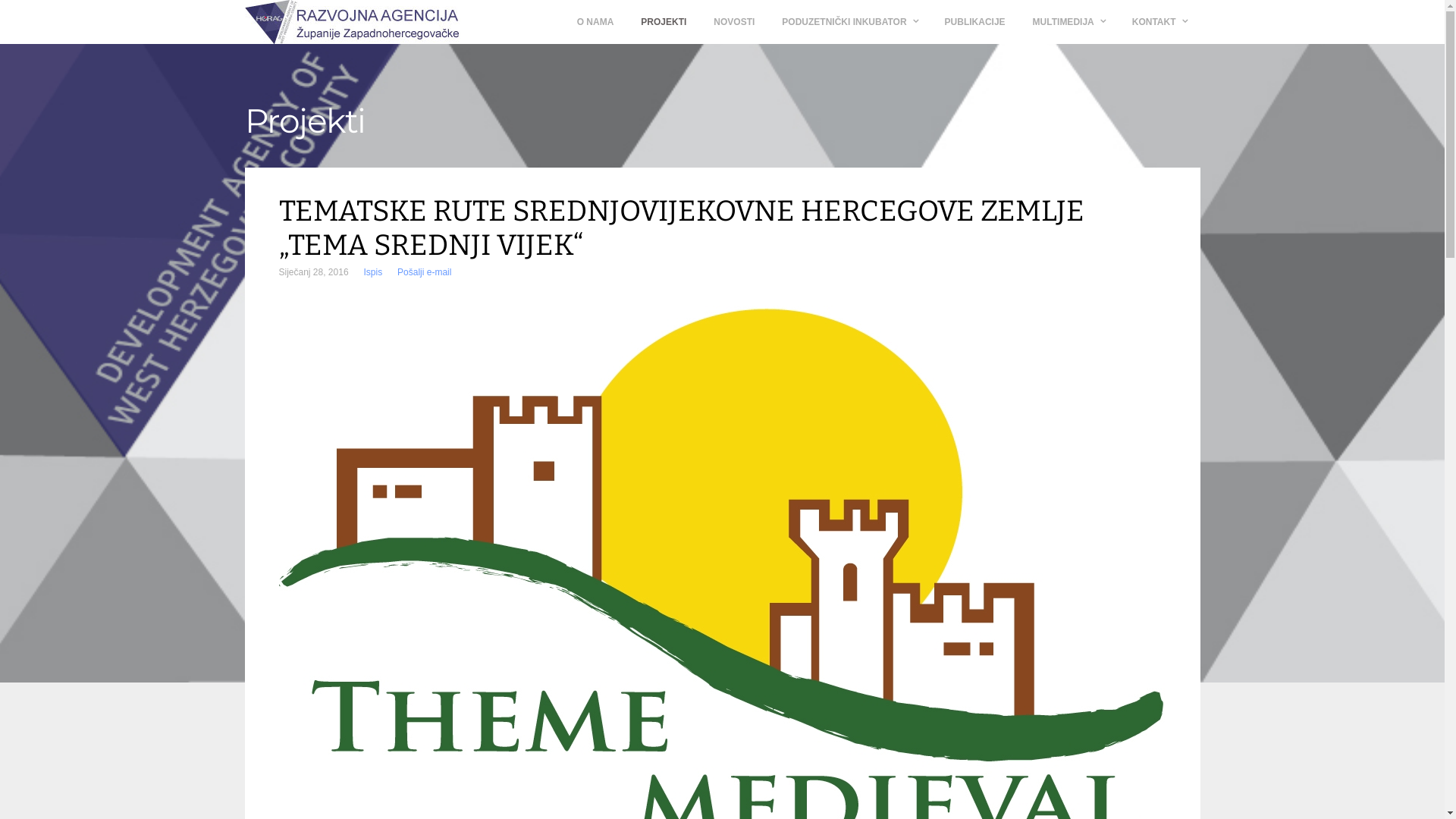  Describe the element at coordinates (595, 22) in the screenshot. I see `'O NAMA'` at that location.